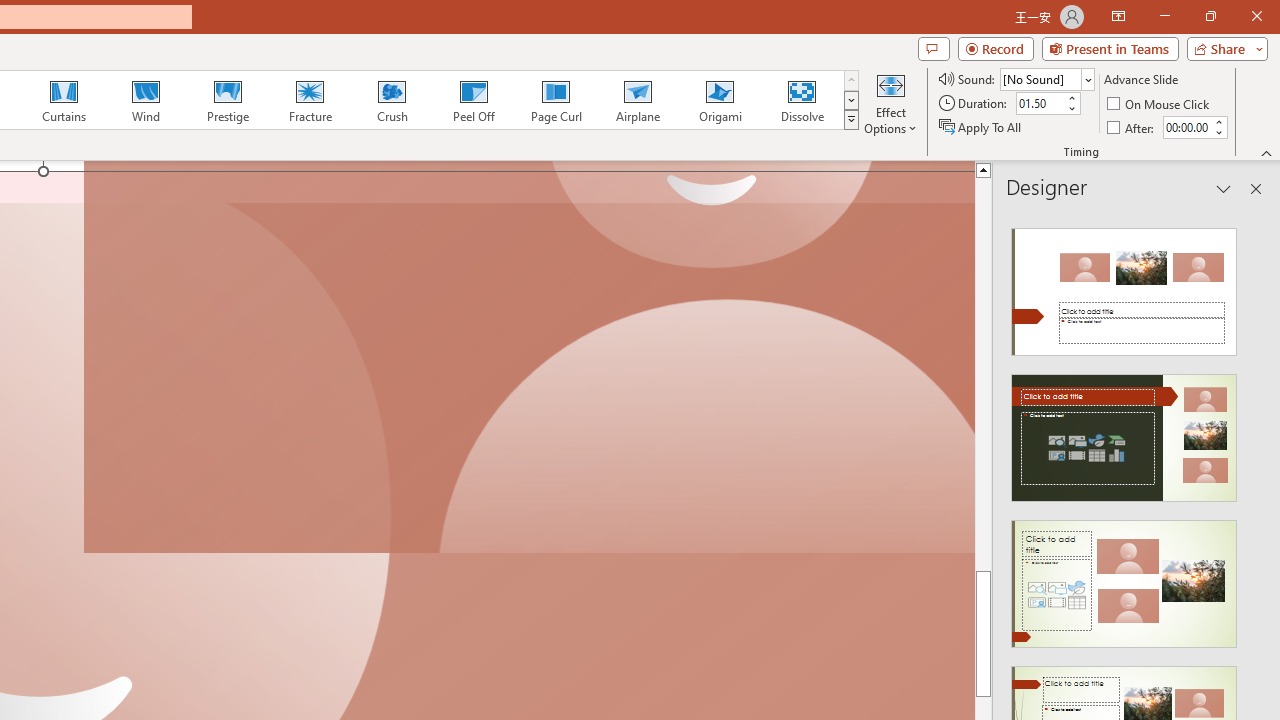 This screenshot has width=1280, height=720. Describe the element at coordinates (64, 100) in the screenshot. I see `'Curtains'` at that location.